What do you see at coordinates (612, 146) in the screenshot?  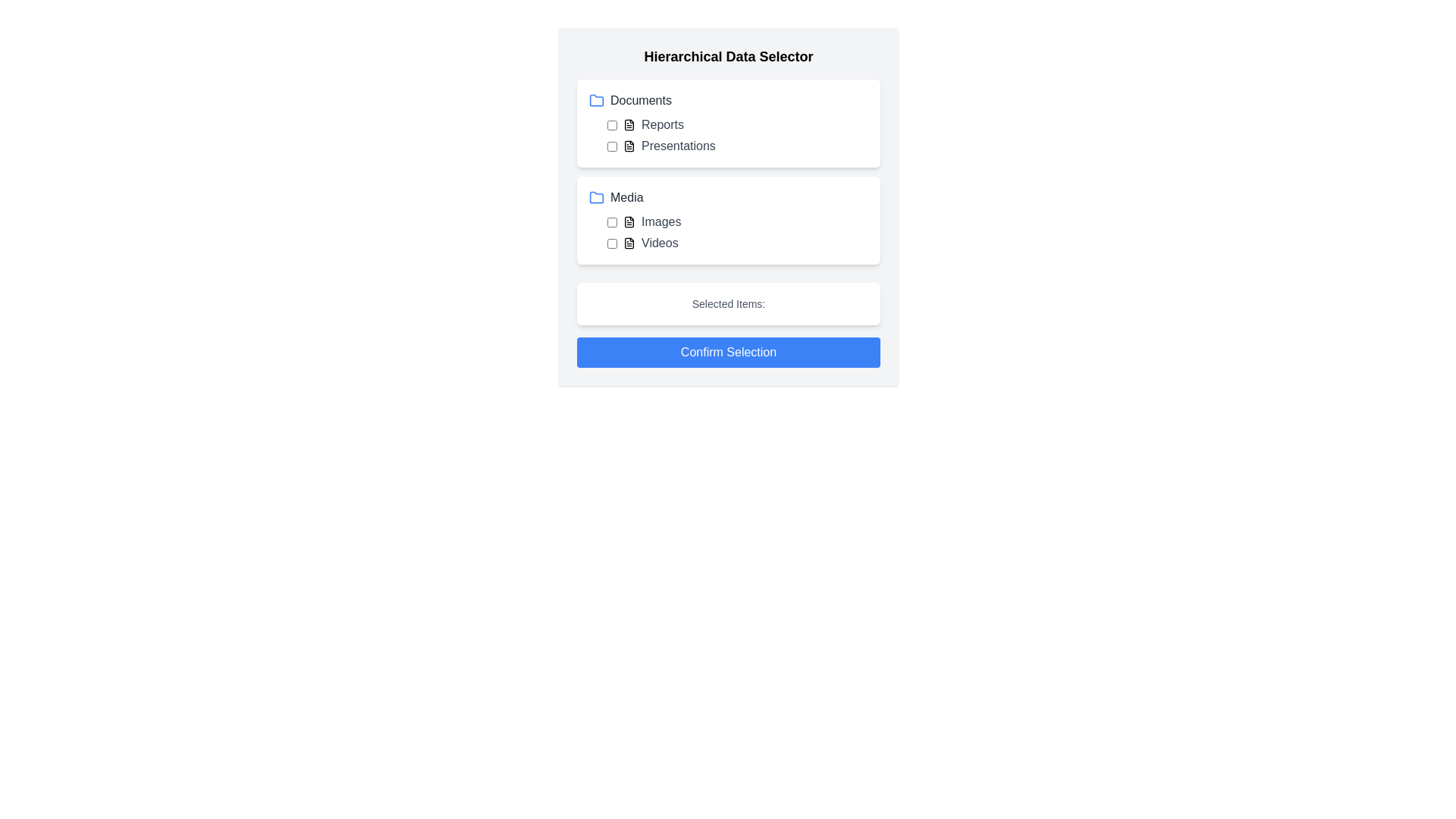 I see `the checkbox located to the left of the 'Presentations' label in the 'Documents' section of the 'Hierarchical Data Selector' widget` at bounding box center [612, 146].